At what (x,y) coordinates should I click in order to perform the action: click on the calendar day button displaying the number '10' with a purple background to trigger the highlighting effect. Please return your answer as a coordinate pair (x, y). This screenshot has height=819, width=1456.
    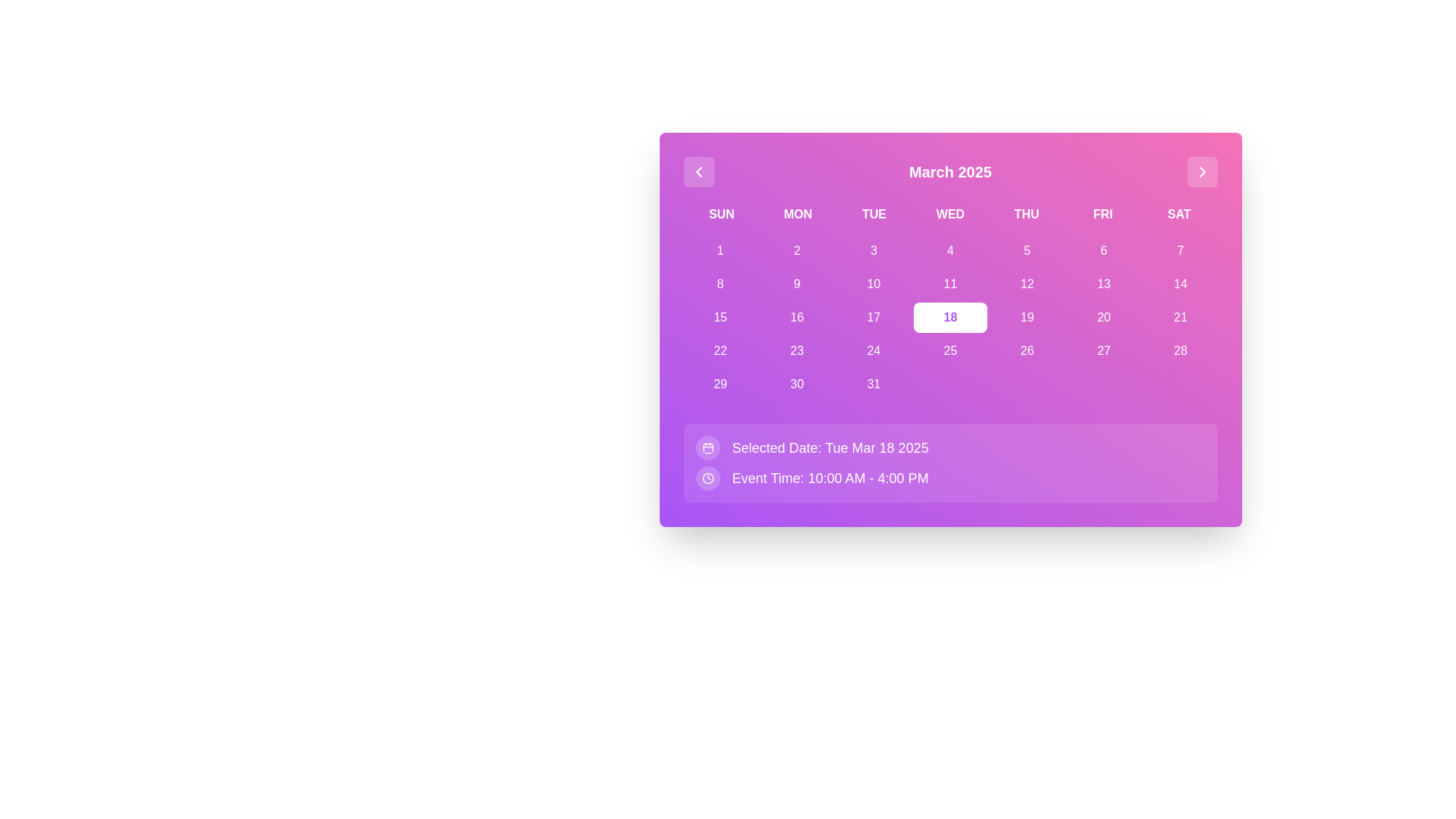
    Looking at the image, I should click on (874, 284).